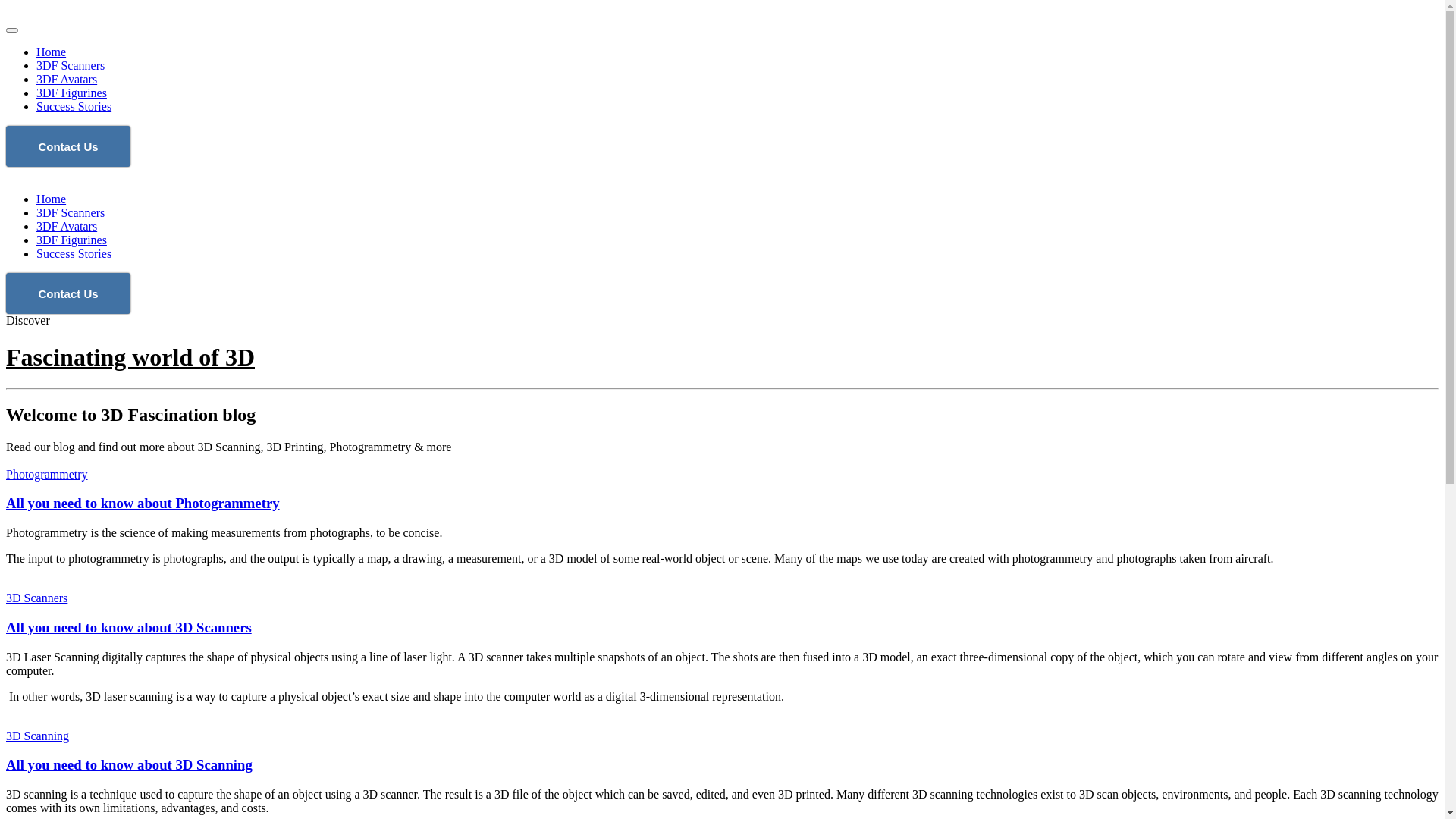 The width and height of the screenshot is (1456, 819). What do you see at coordinates (51, 51) in the screenshot?
I see `'Home'` at bounding box center [51, 51].